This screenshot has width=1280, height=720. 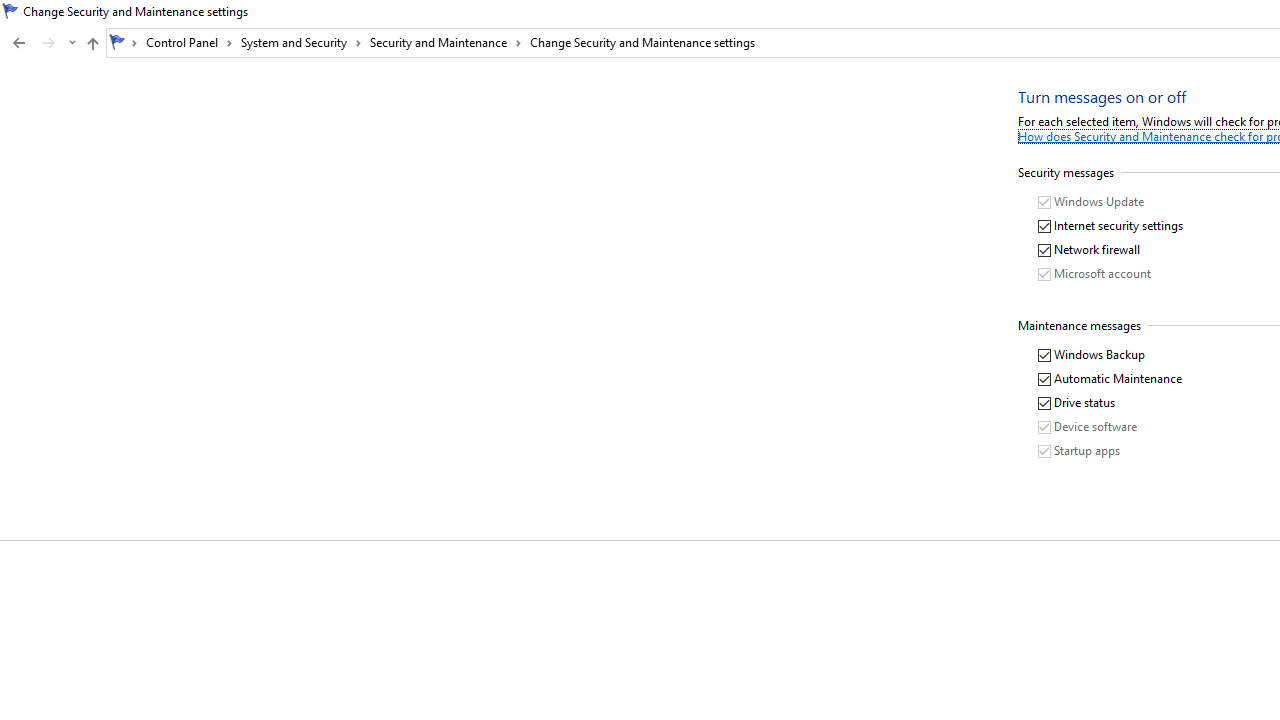 What do you see at coordinates (1110, 225) in the screenshot?
I see `'Internet security settings'` at bounding box center [1110, 225].